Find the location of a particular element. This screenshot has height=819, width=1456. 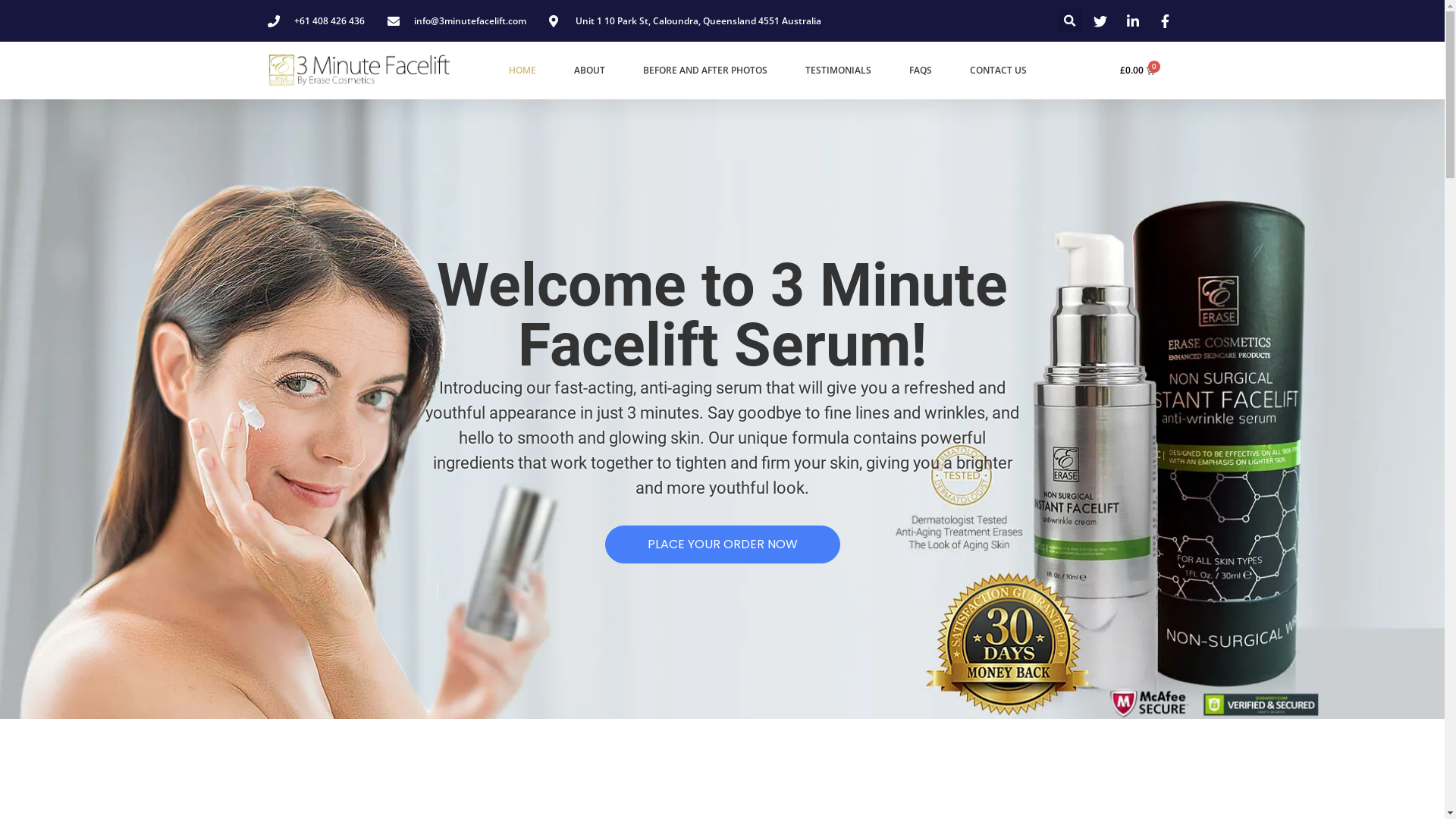

'TESTIMONIALS' is located at coordinates (804, 70).